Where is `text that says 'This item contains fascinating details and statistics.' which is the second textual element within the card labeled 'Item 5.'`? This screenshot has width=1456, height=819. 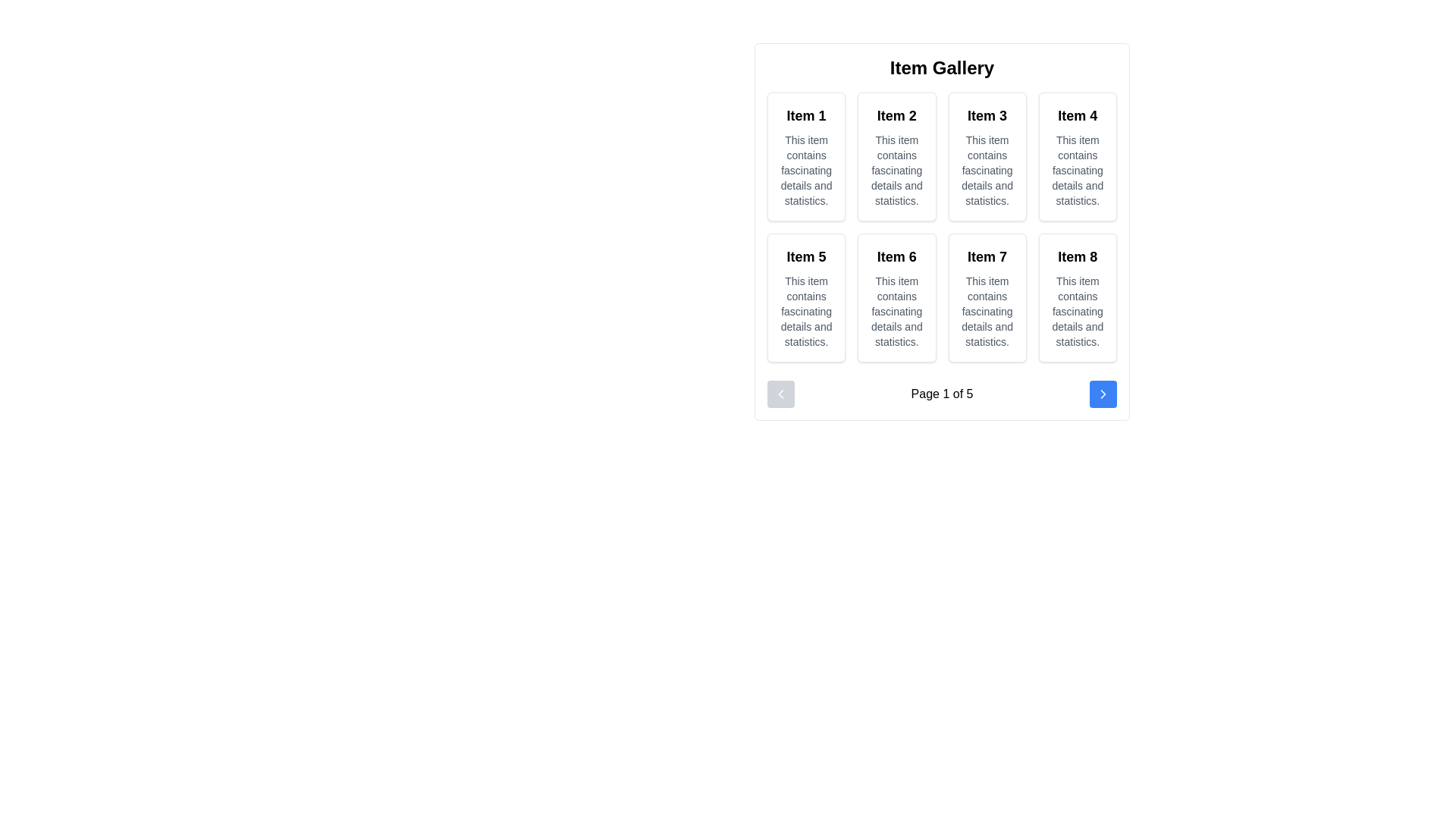 text that says 'This item contains fascinating details and statistics.' which is the second textual element within the card labeled 'Item 5.' is located at coordinates (805, 311).